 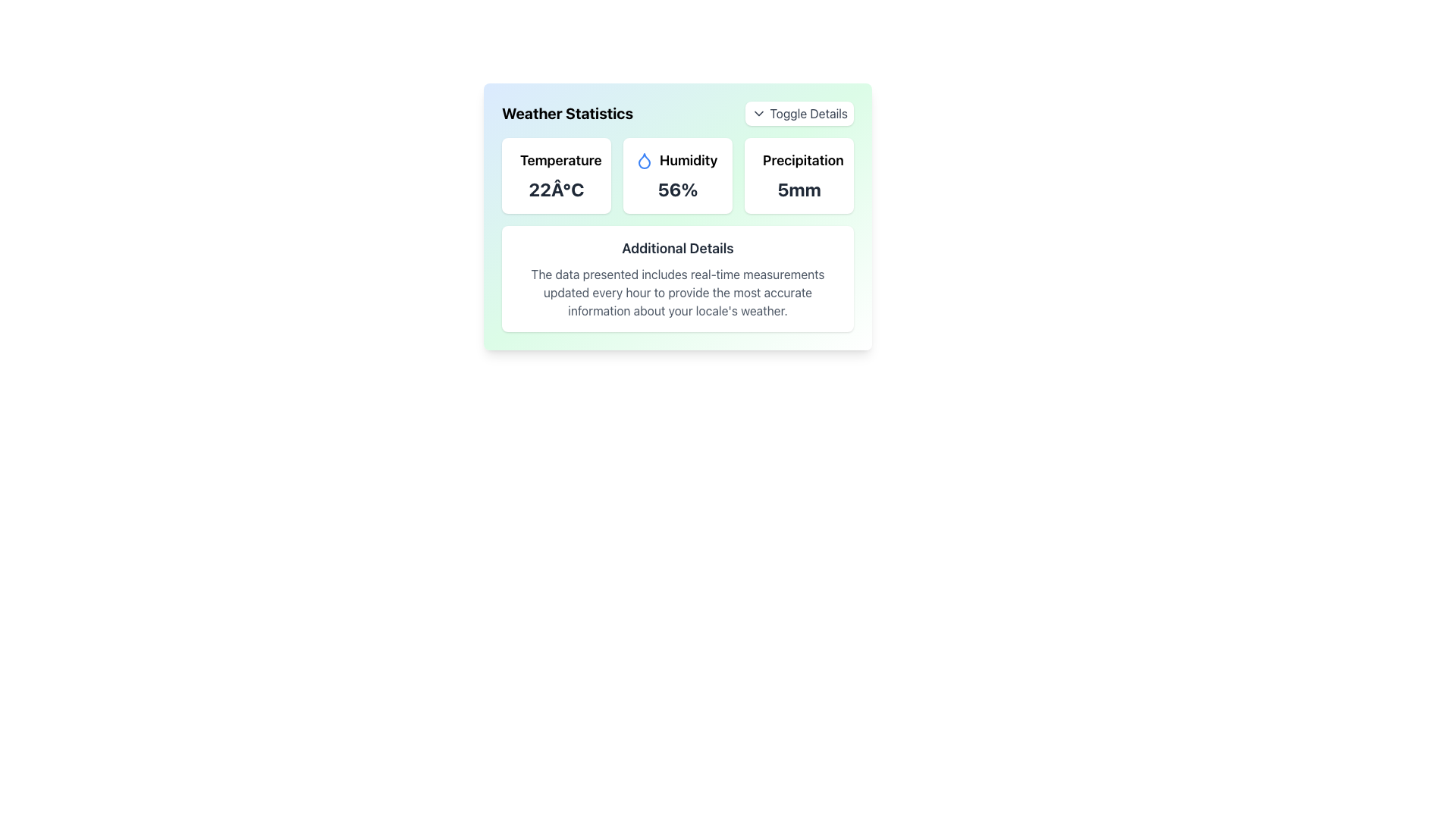 What do you see at coordinates (556, 189) in the screenshot?
I see `the Text element displaying the current temperature in degrees Celsius, located within the 'Temperature' card at the top-left corner of the weather statistics section` at bounding box center [556, 189].